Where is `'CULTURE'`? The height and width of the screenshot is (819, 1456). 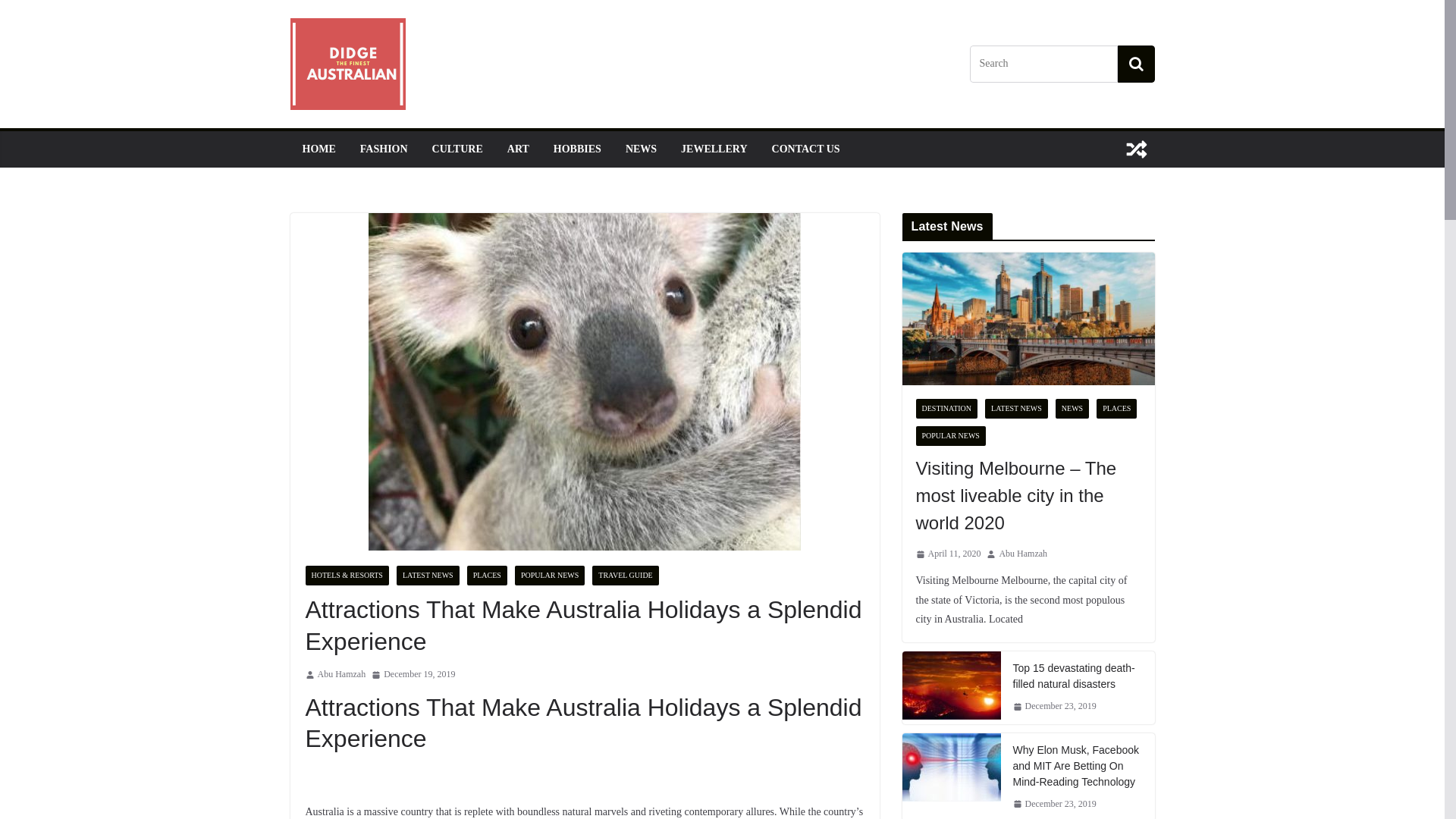 'CULTURE' is located at coordinates (431, 149).